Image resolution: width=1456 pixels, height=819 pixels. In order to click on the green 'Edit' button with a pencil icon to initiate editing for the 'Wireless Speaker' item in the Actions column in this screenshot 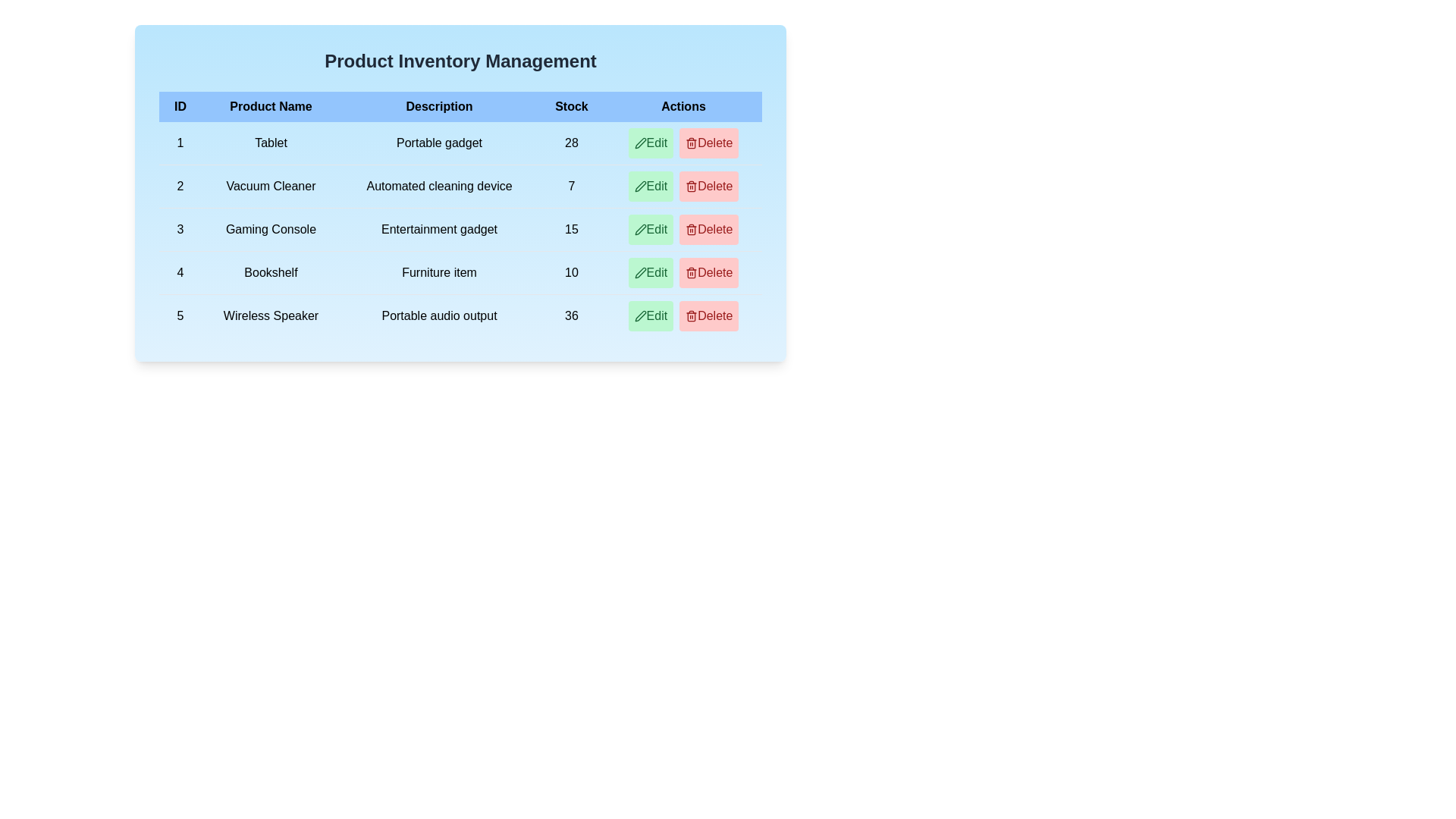, I will do `click(651, 315)`.